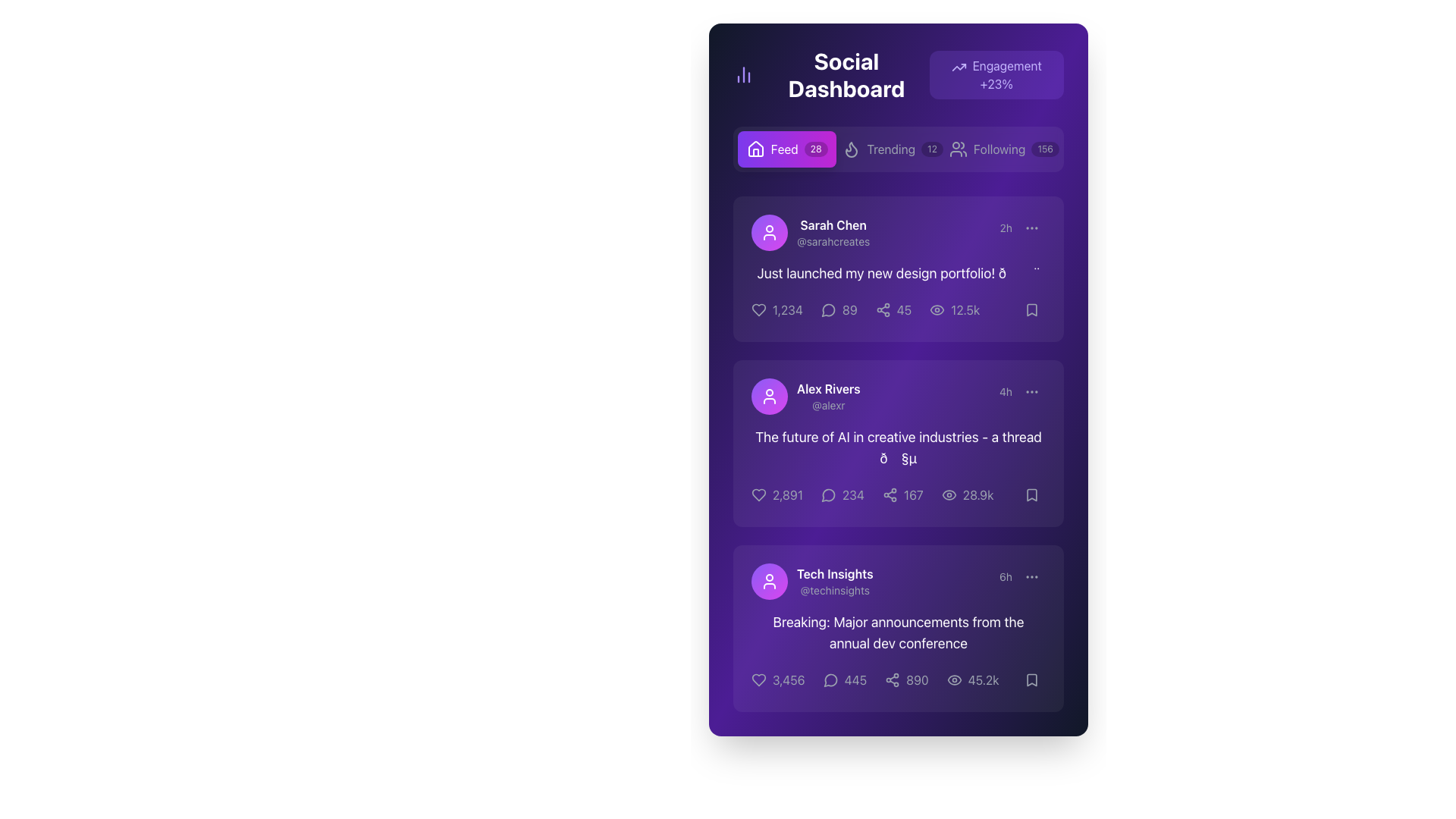 This screenshot has width=1456, height=819. What do you see at coordinates (899, 632) in the screenshot?
I see `the text label that displays 'Breaking: Major announcements from the annual dev conference.' which is located within the third content block, centered below the user's name and timestamp` at bounding box center [899, 632].